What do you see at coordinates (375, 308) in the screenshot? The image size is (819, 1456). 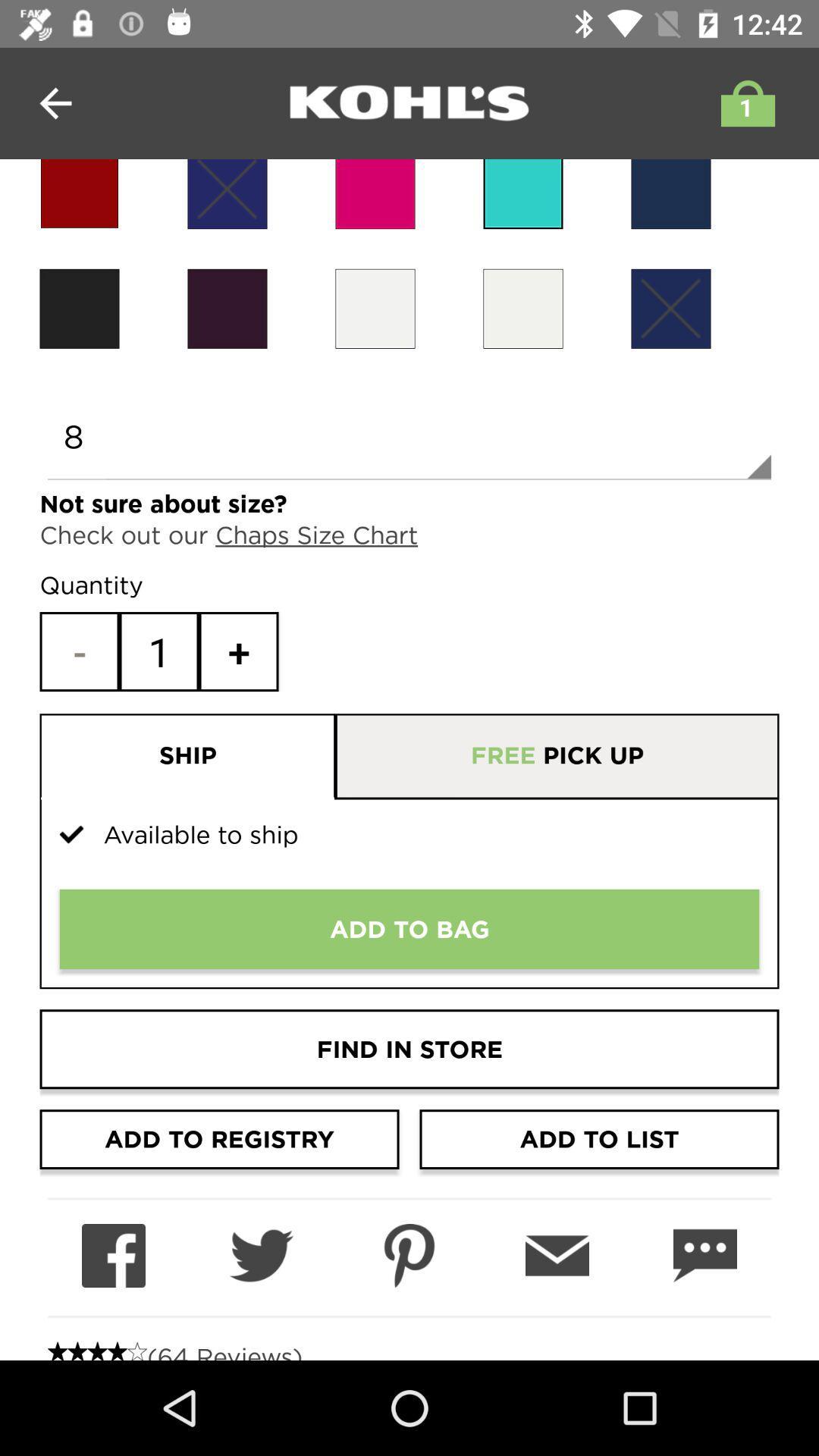 I see `orange` at bounding box center [375, 308].